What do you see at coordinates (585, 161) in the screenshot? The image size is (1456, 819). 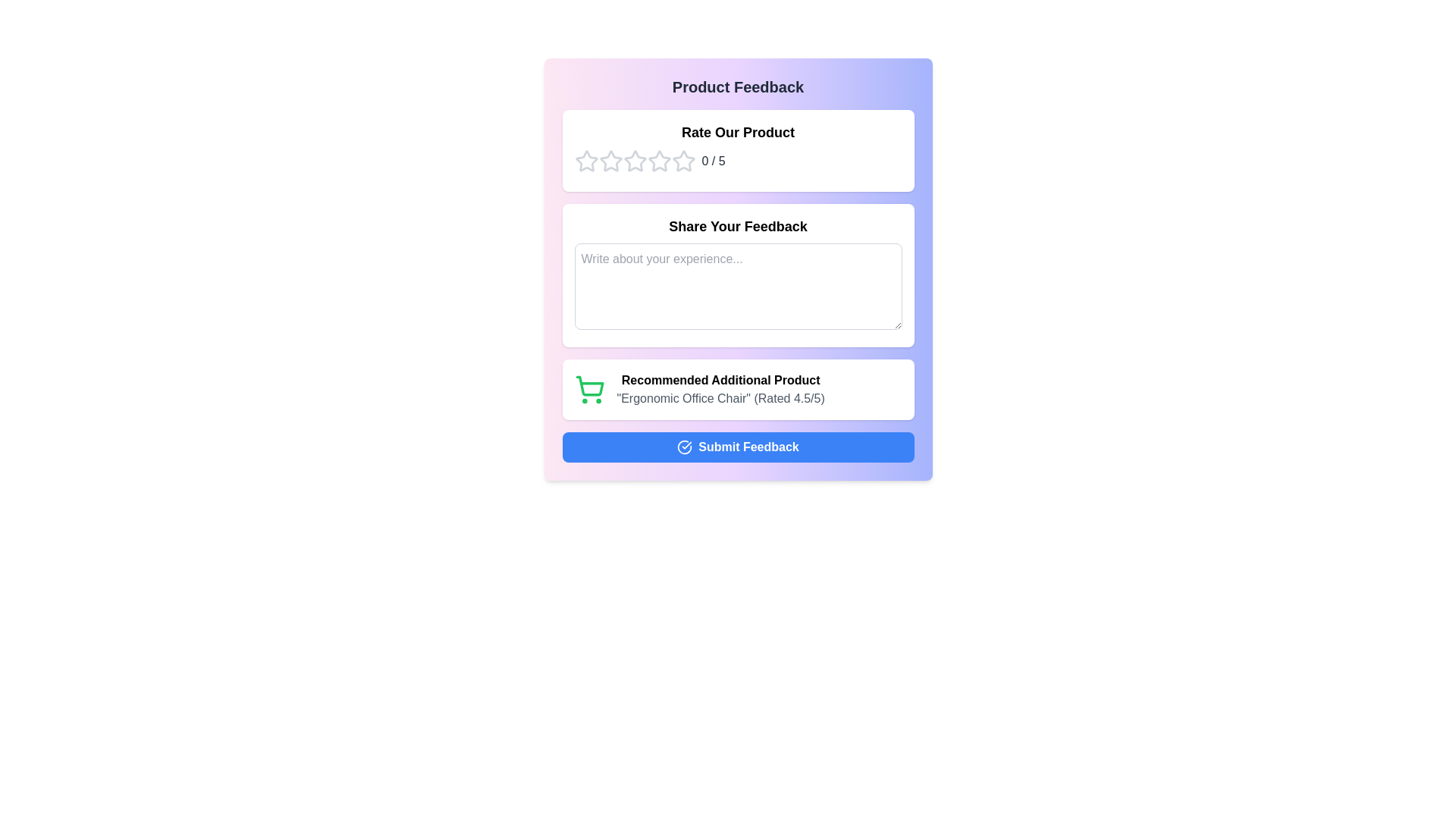 I see `the first star icon` at bounding box center [585, 161].